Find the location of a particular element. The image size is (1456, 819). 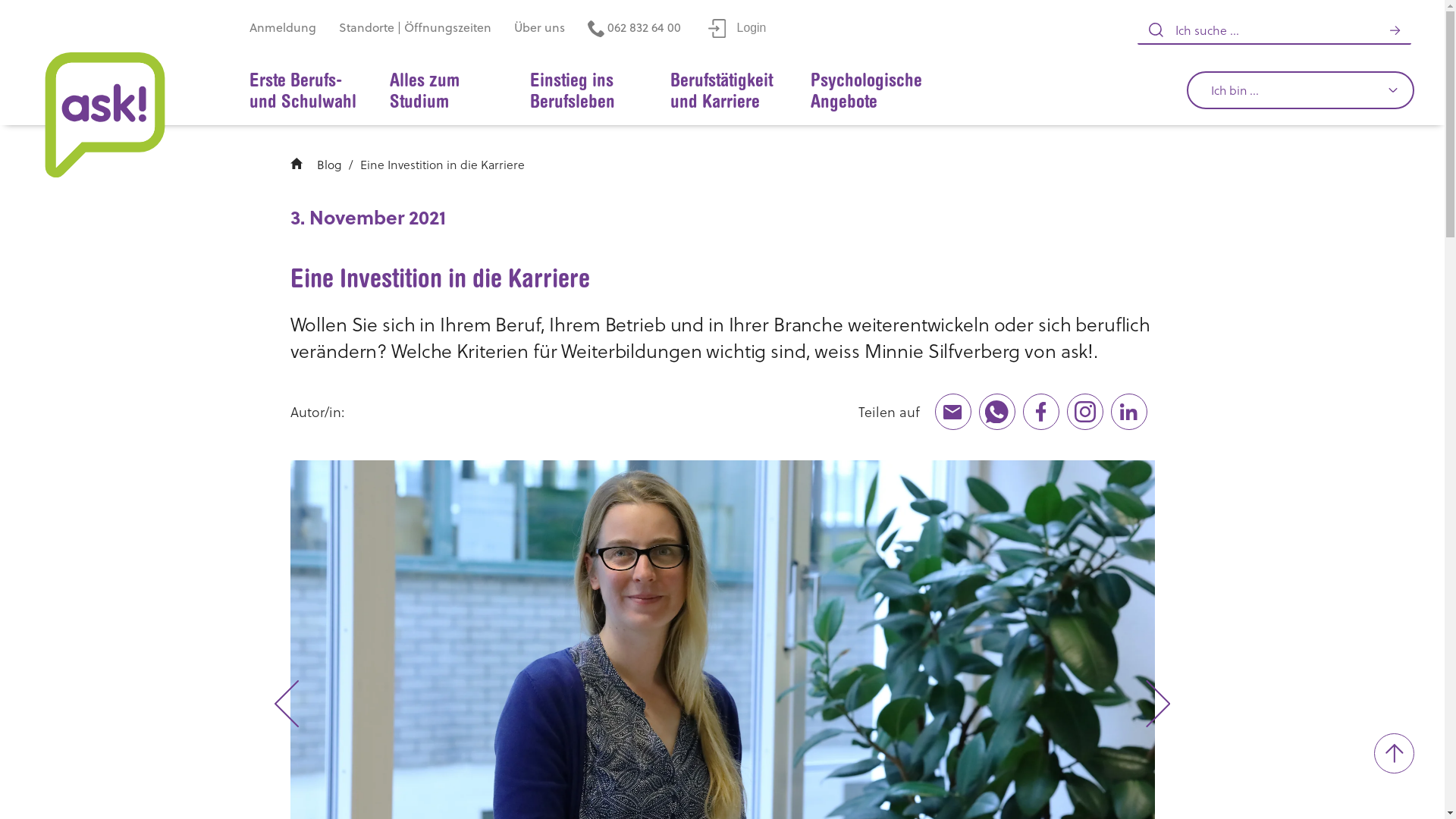

'Blog' is located at coordinates (328, 164).